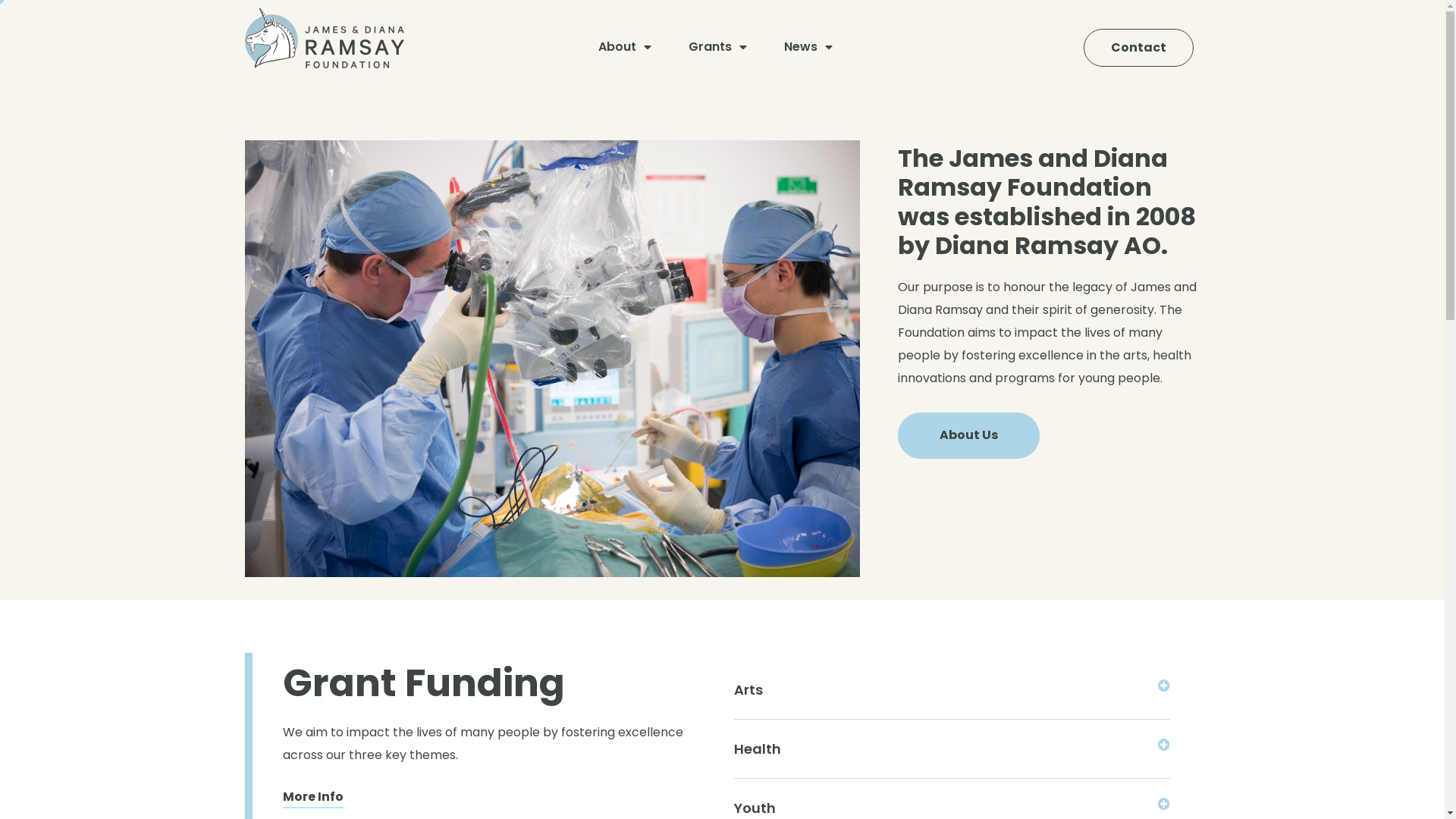 Image resolution: width=1456 pixels, height=819 pixels. What do you see at coordinates (717, 45) in the screenshot?
I see `'Grants'` at bounding box center [717, 45].